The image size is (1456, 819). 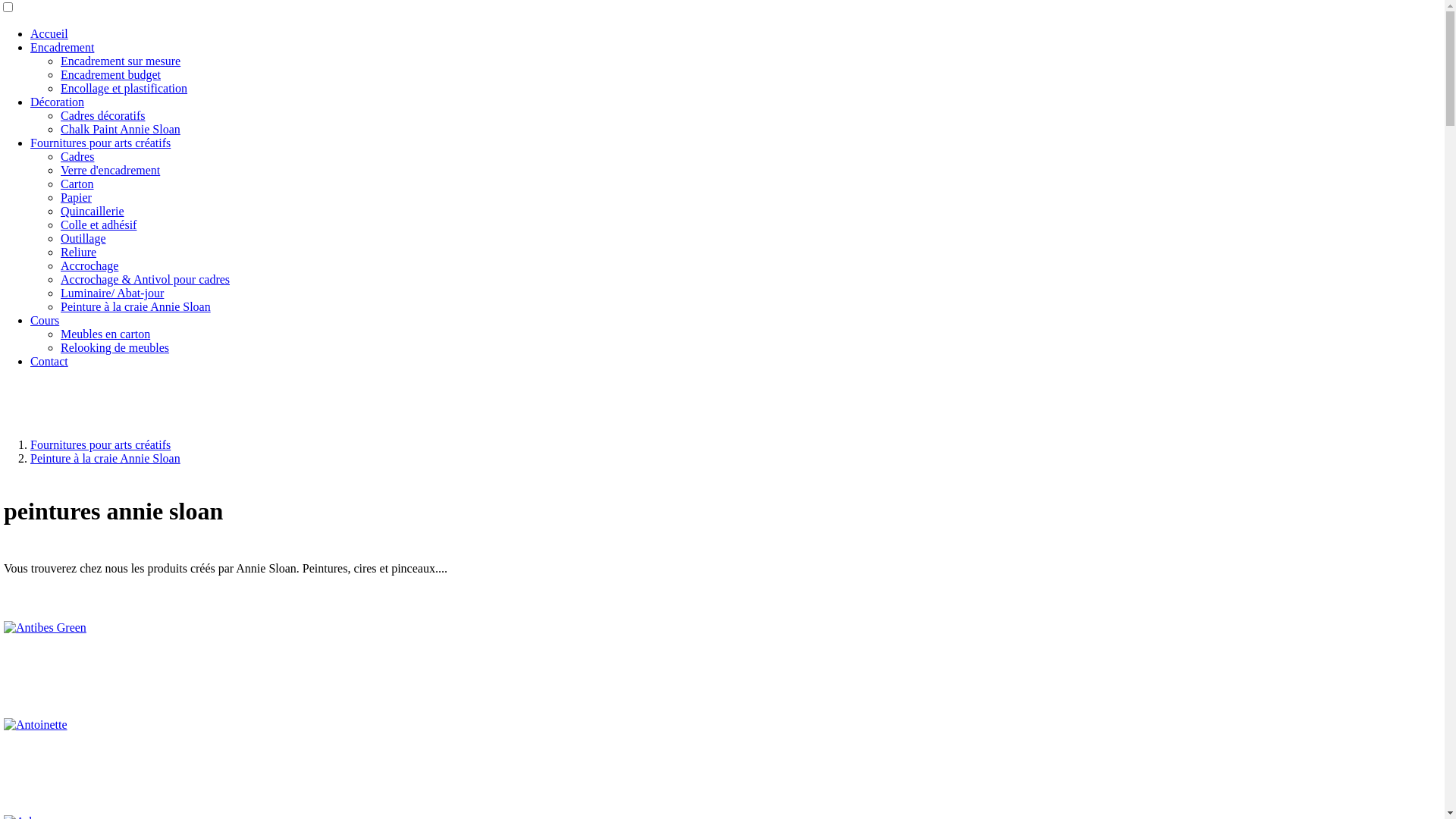 I want to click on 'Cours', so click(x=44, y=319).